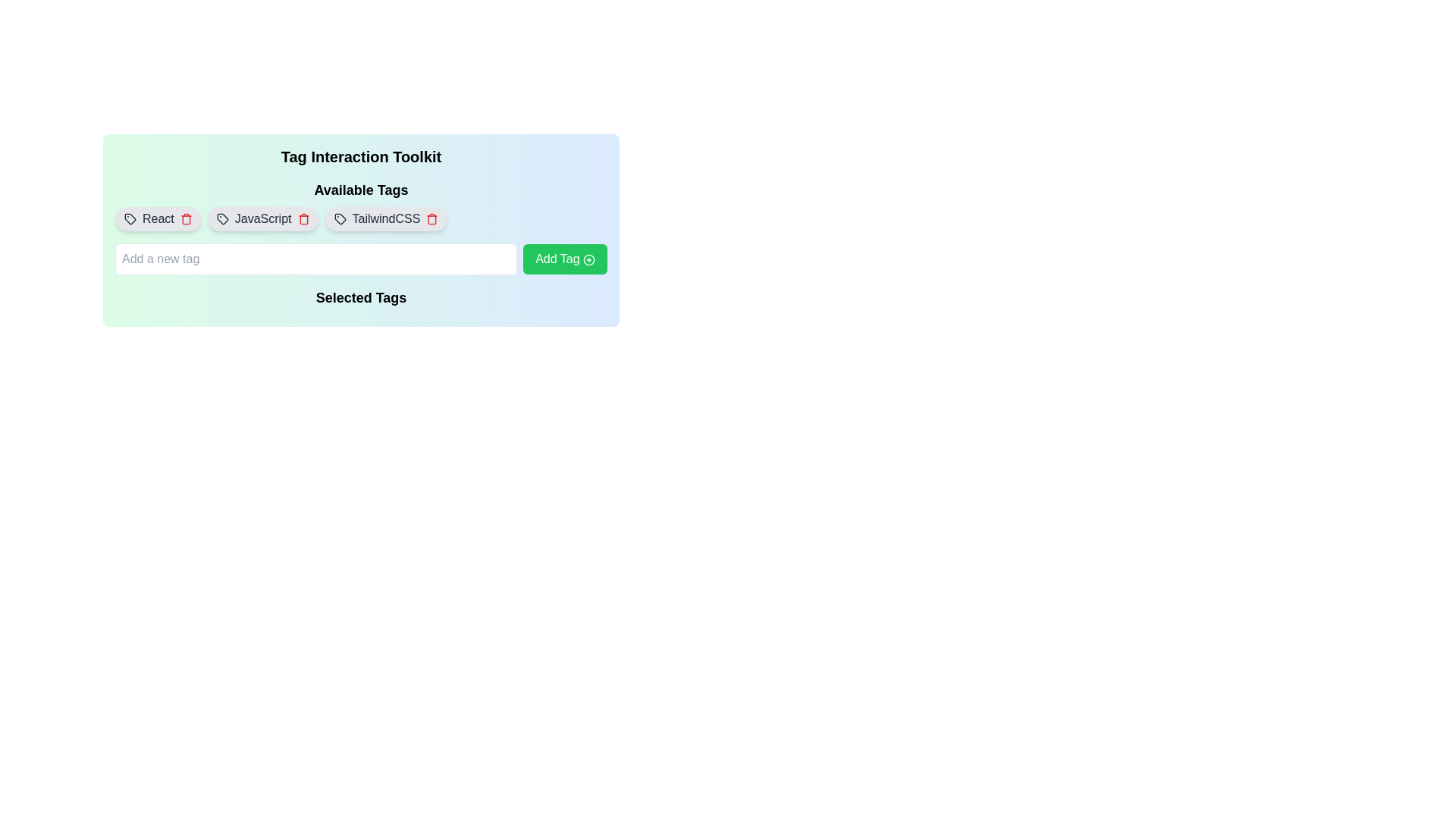  Describe the element at coordinates (185, 219) in the screenshot. I see `the delete icon located on the right side of the 'React' tag in the 'Available Tags' section` at that location.